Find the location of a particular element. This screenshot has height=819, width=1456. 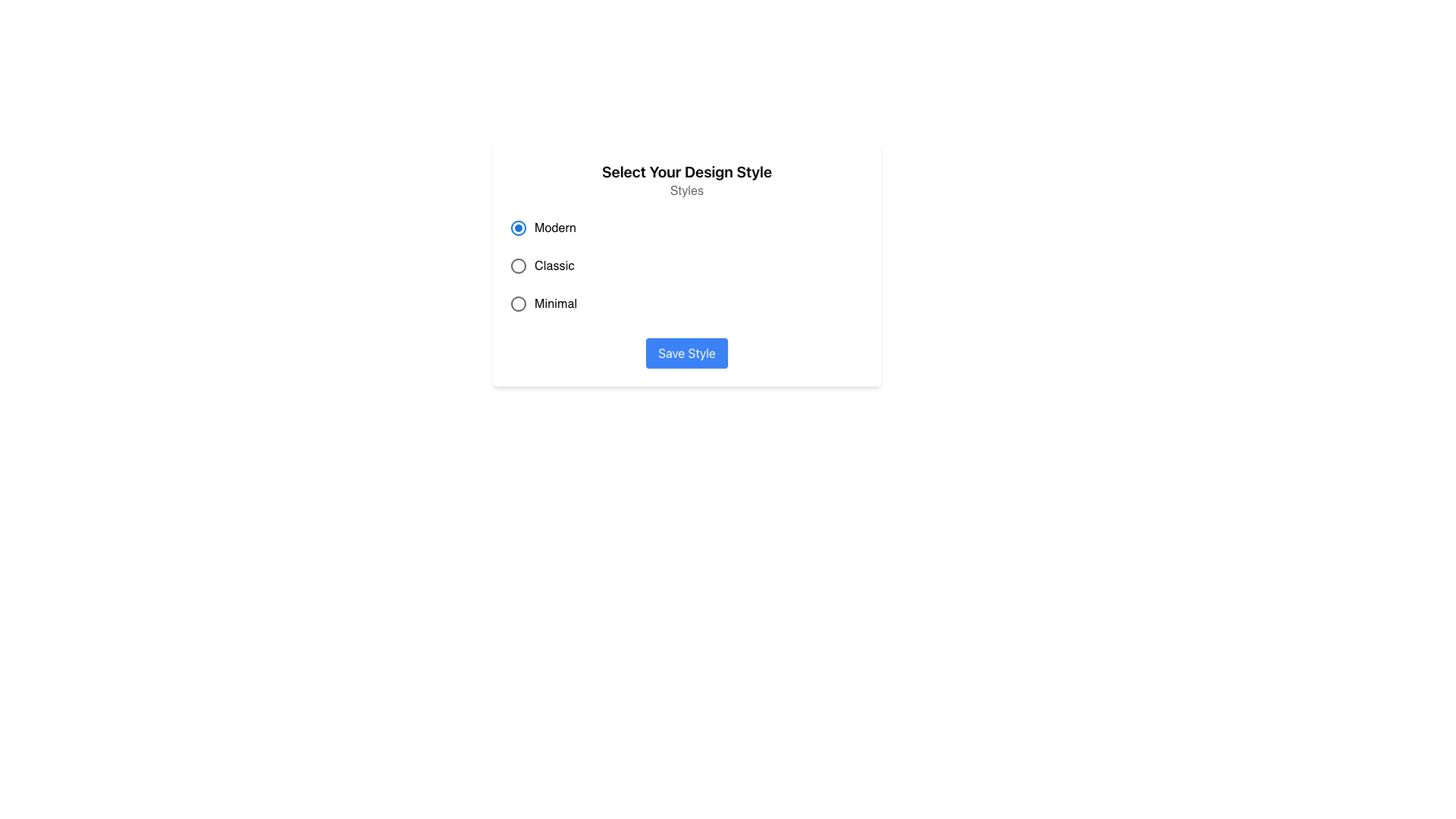

the text label displaying 'Modern', which is aligned to the right of the radio button in a vertical stack of options is located at coordinates (554, 227).